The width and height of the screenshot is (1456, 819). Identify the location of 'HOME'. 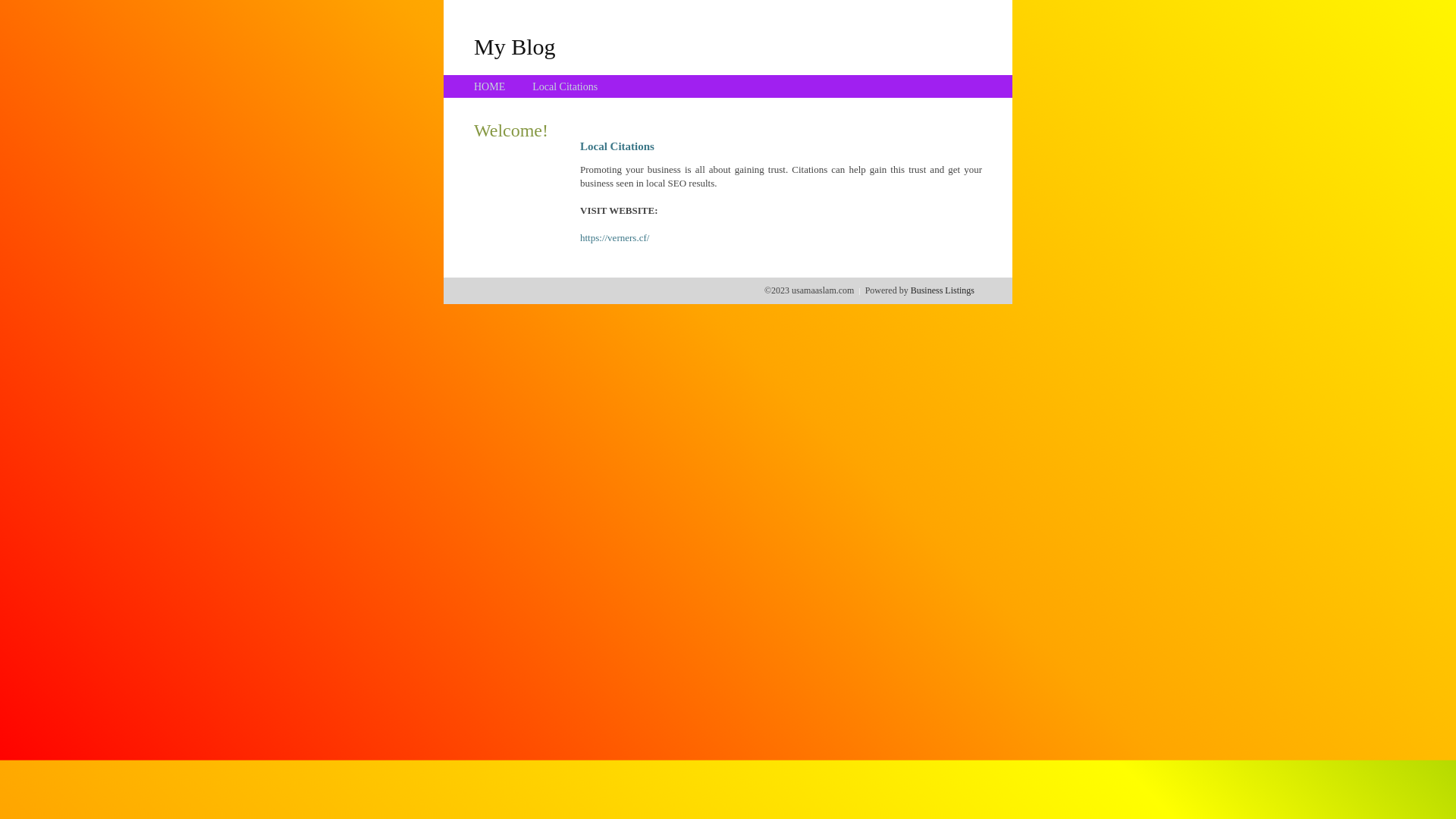
(489, 86).